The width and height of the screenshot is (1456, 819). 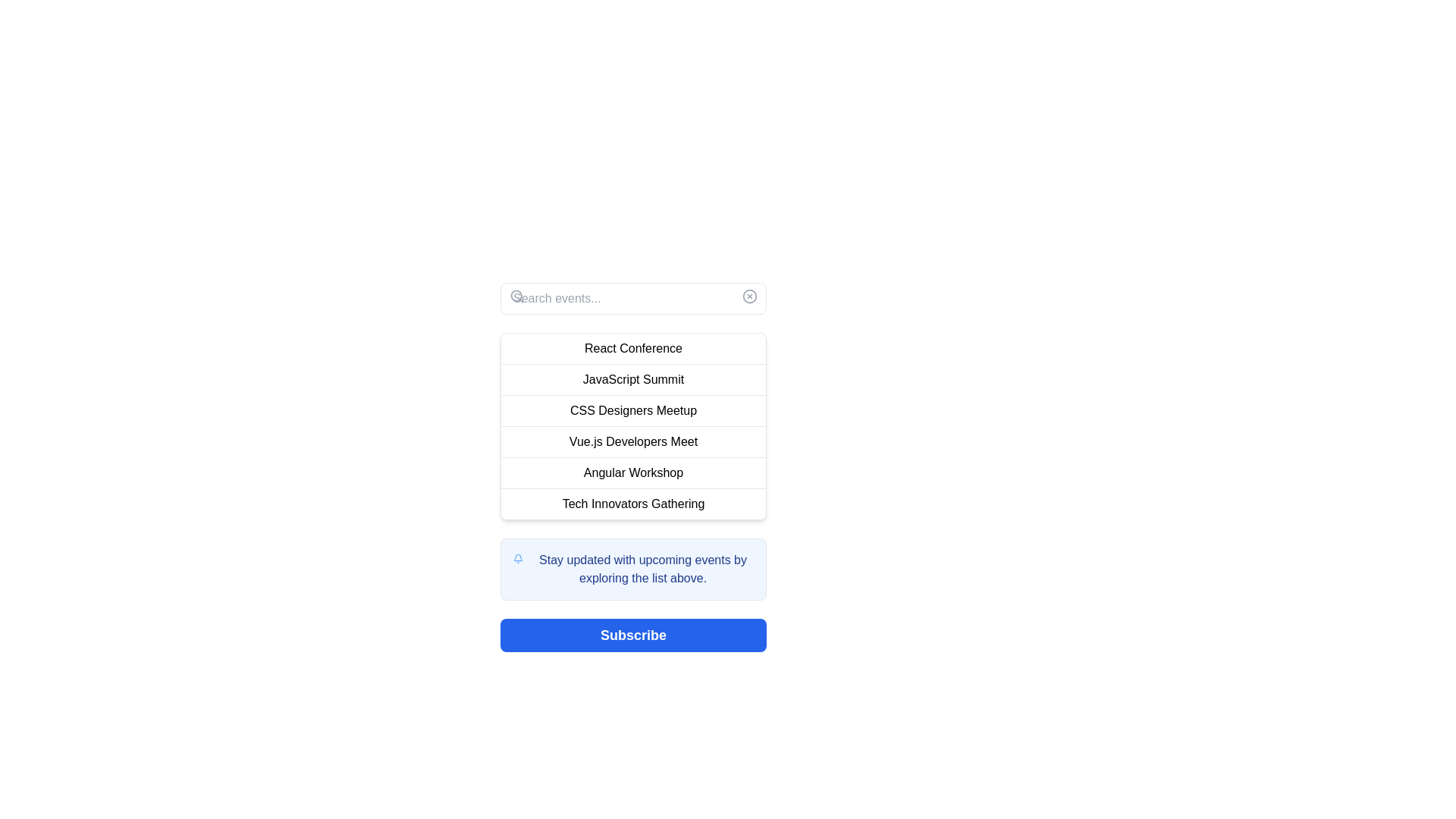 What do you see at coordinates (749, 296) in the screenshot?
I see `the circular close button with an 'X' mark located at the top-right corner of the search input field to clear the search bar` at bounding box center [749, 296].